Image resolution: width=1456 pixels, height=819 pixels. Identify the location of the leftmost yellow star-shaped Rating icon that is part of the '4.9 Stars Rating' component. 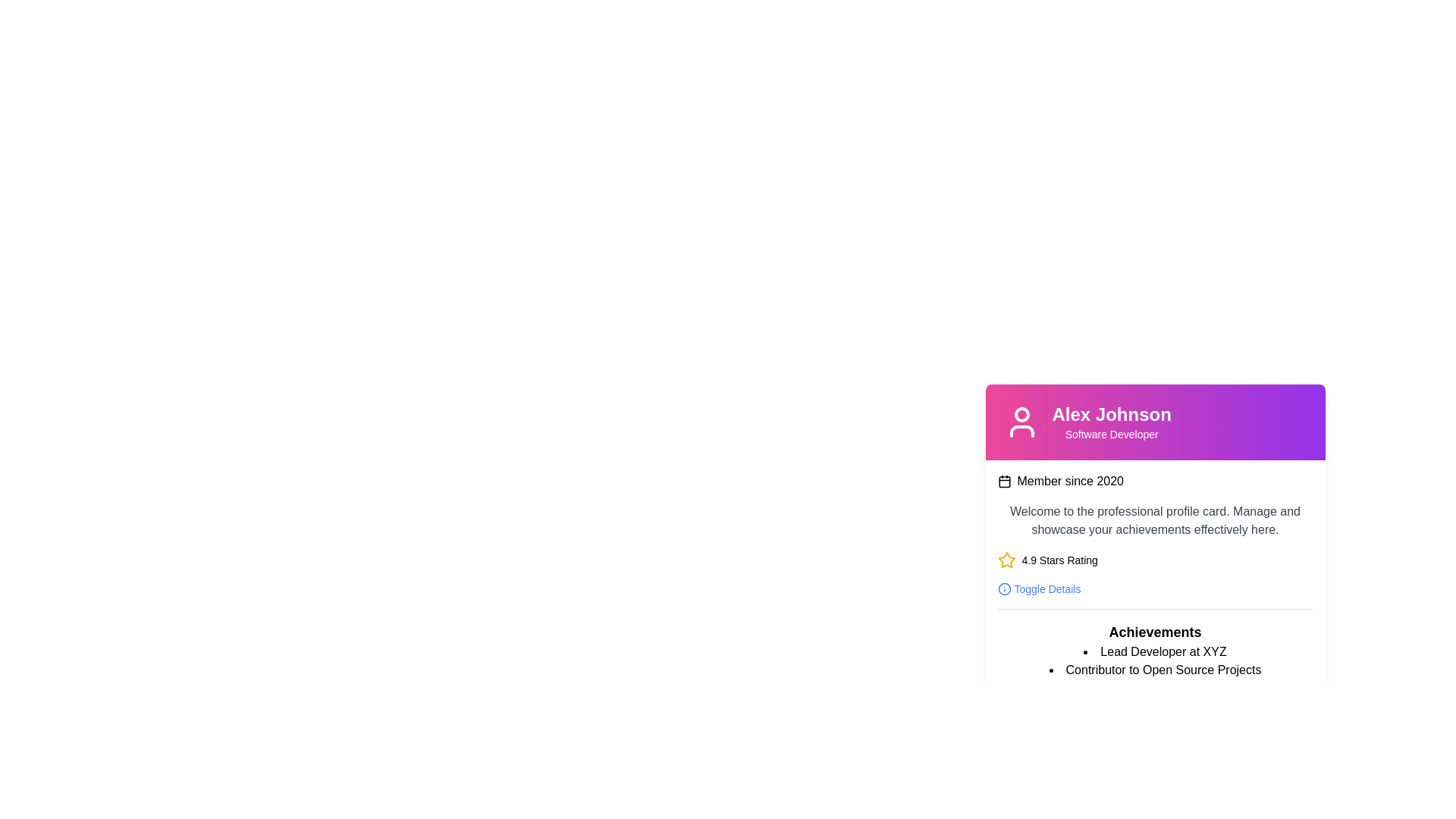
(1006, 560).